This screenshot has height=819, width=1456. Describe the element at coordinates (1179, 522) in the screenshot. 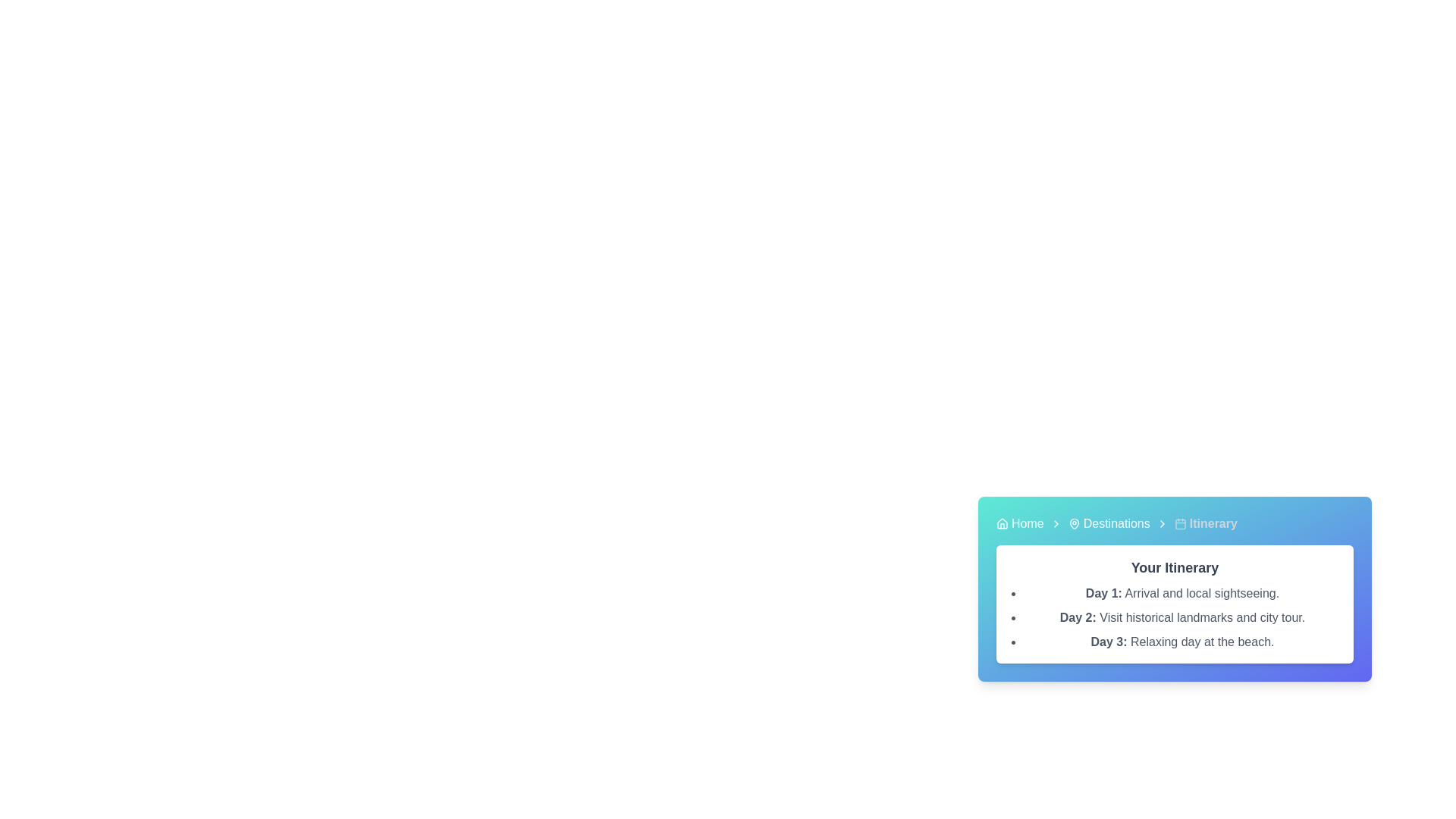

I see `the calendar icon located in the breadcrumb navigation section to the left of 'Itinerary' in the top-right navigation bar` at that location.